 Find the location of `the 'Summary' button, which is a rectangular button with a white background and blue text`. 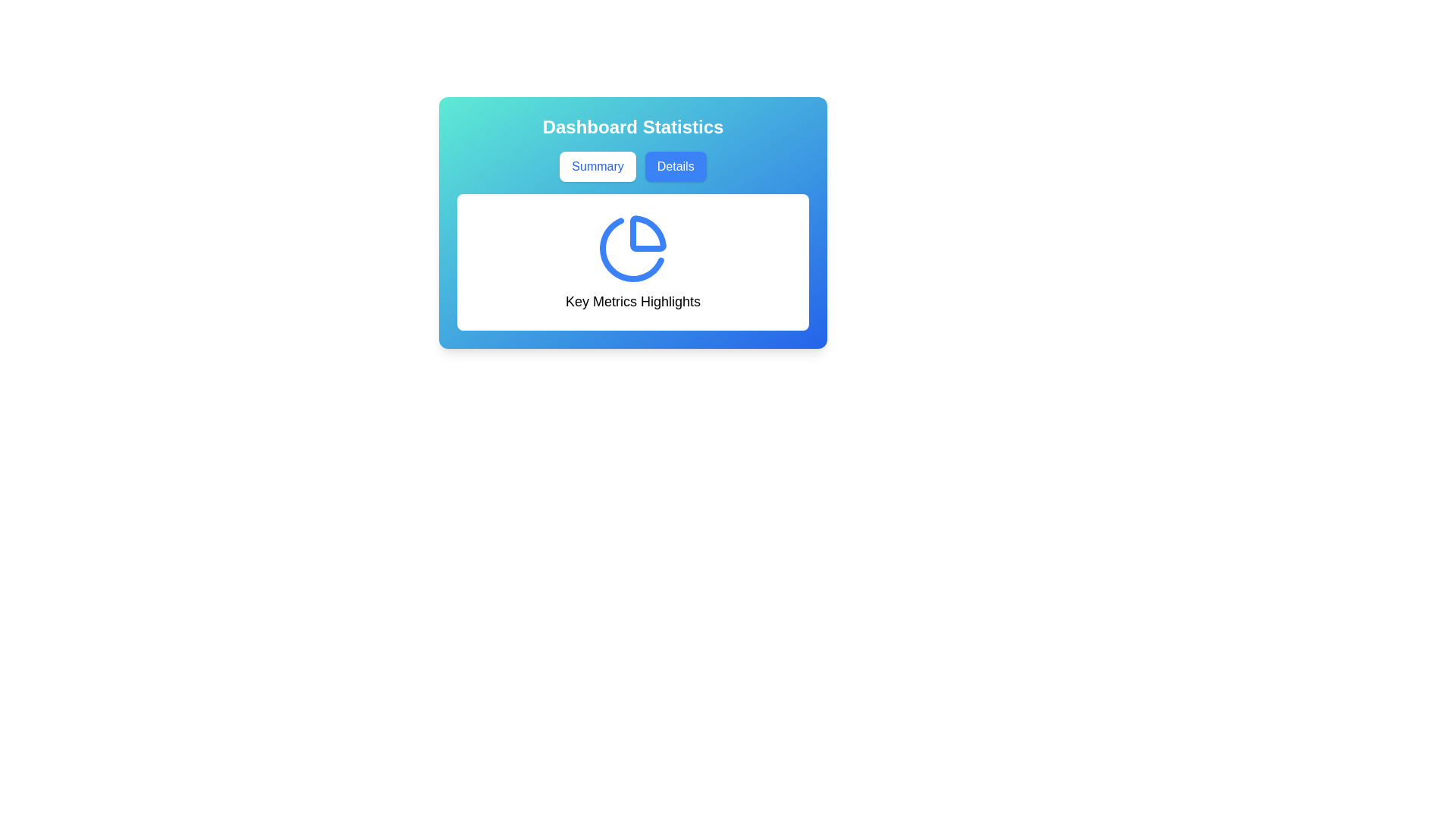

the 'Summary' button, which is a rectangular button with a white background and blue text is located at coordinates (597, 166).